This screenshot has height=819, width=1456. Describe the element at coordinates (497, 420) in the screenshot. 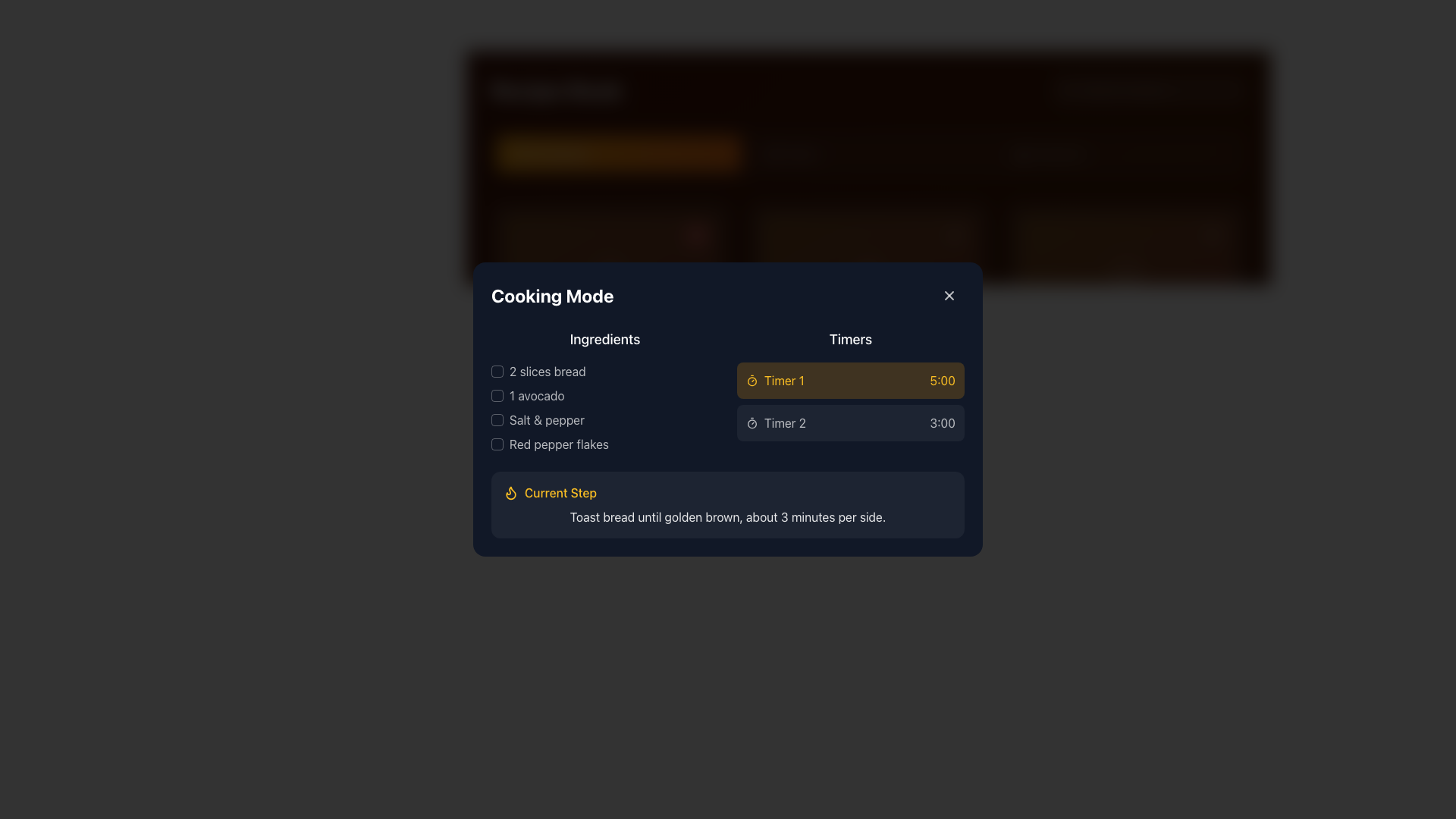

I see `the checkbox located in the 'Ingredients' section of the Cooking Mode modal` at that location.